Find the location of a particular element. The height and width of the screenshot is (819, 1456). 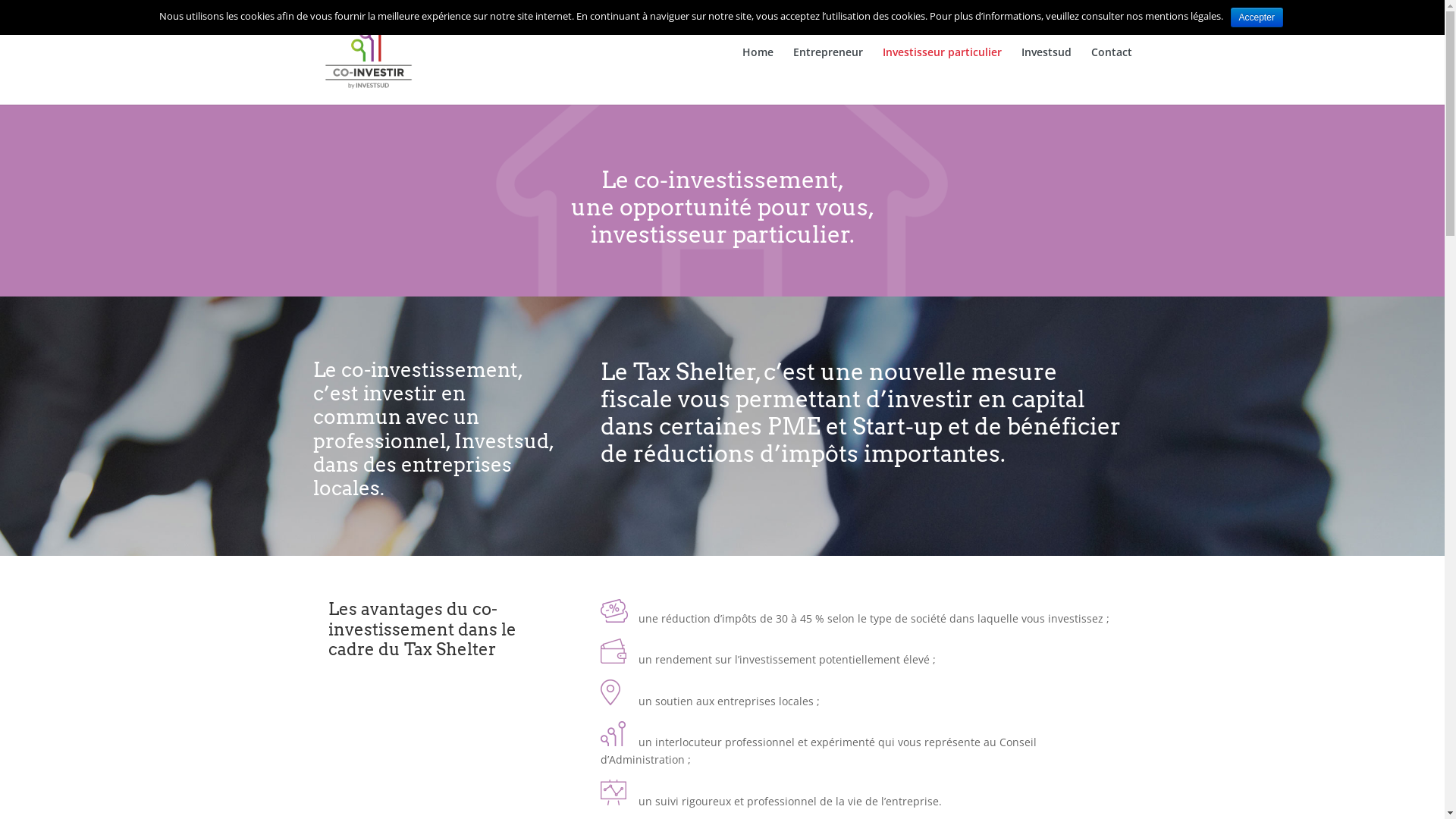

'Investsud' is located at coordinates (1044, 76).